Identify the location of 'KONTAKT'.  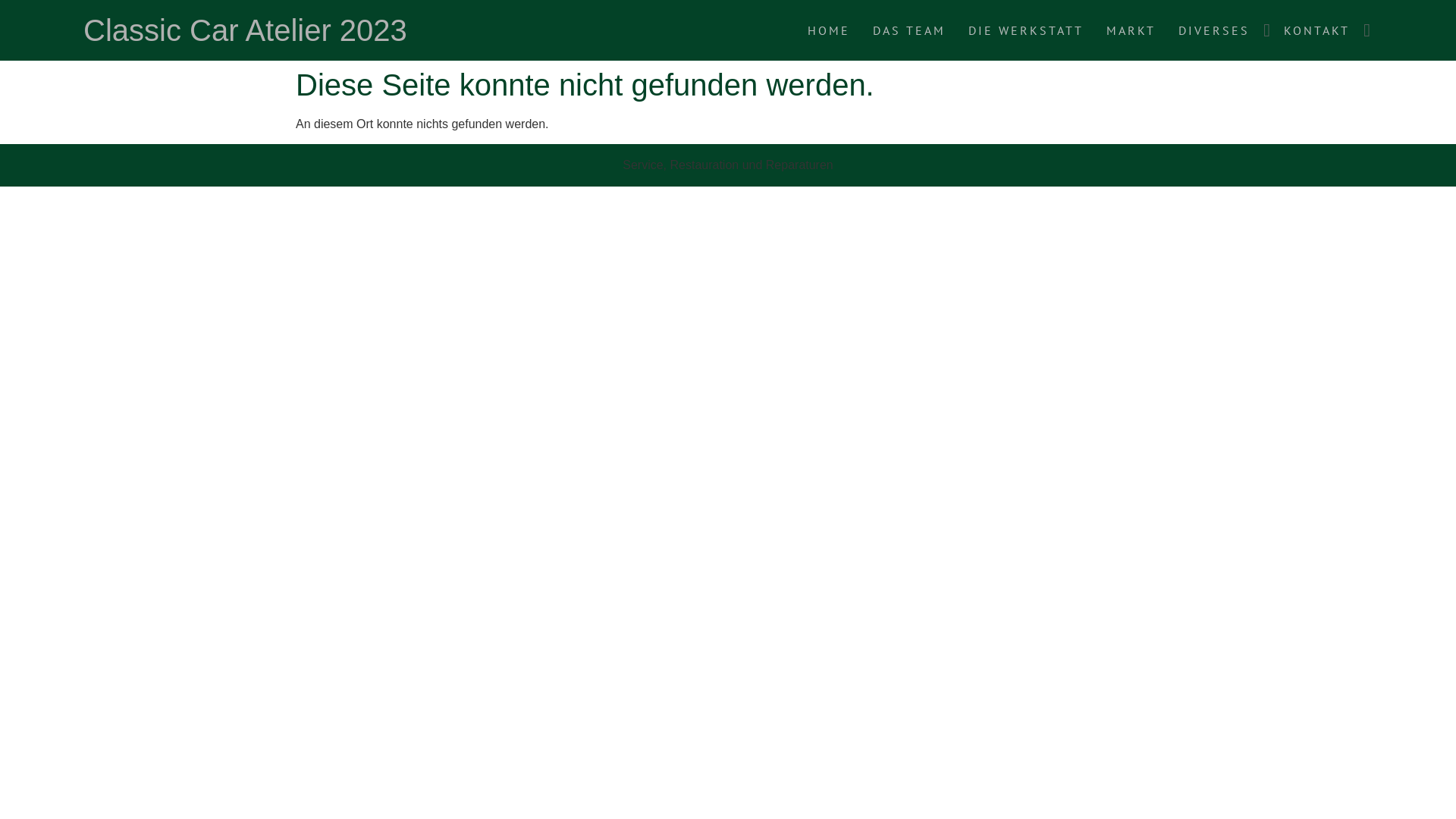
(1316, 30).